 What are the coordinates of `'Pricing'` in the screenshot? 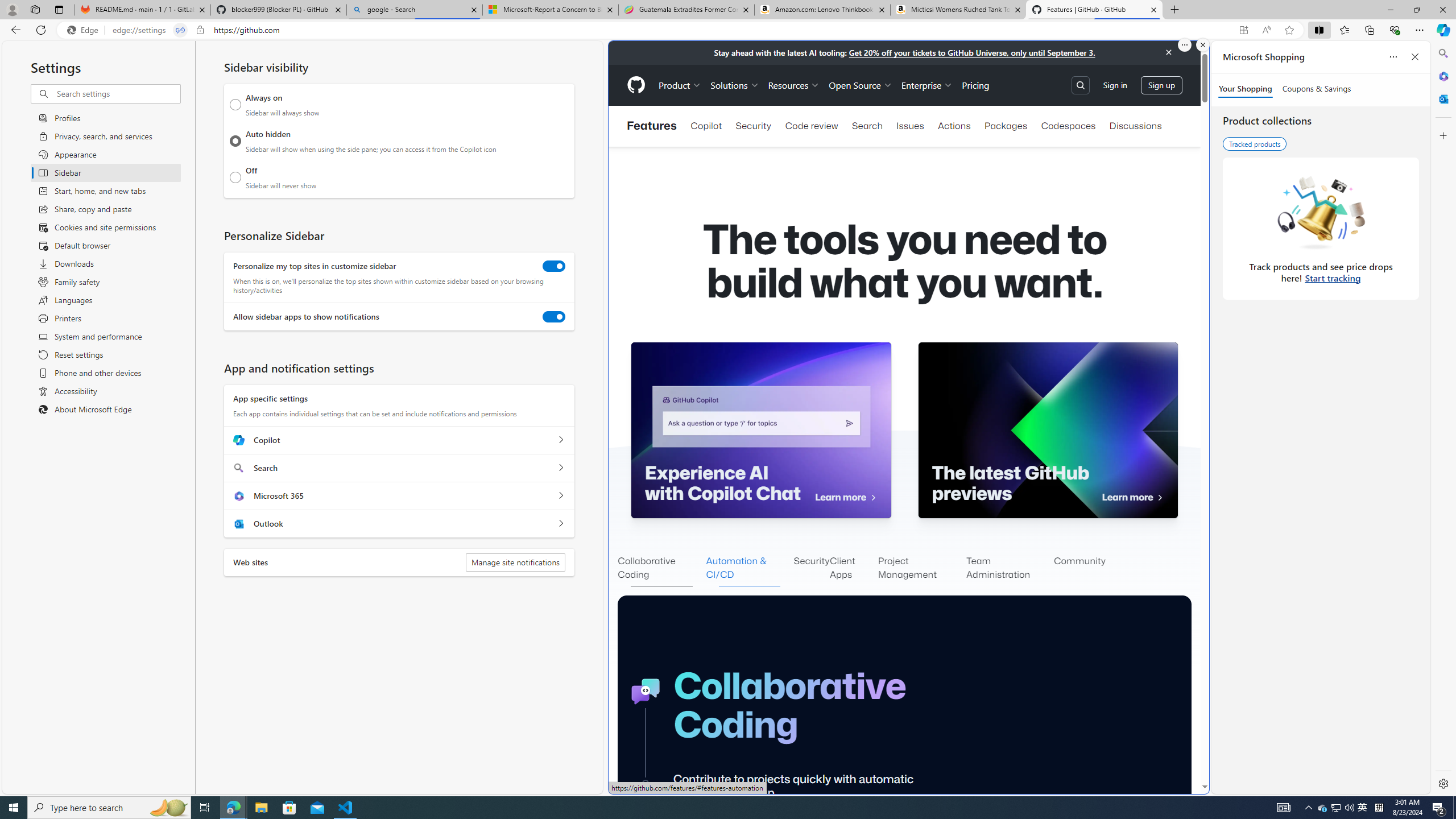 It's located at (975, 85).